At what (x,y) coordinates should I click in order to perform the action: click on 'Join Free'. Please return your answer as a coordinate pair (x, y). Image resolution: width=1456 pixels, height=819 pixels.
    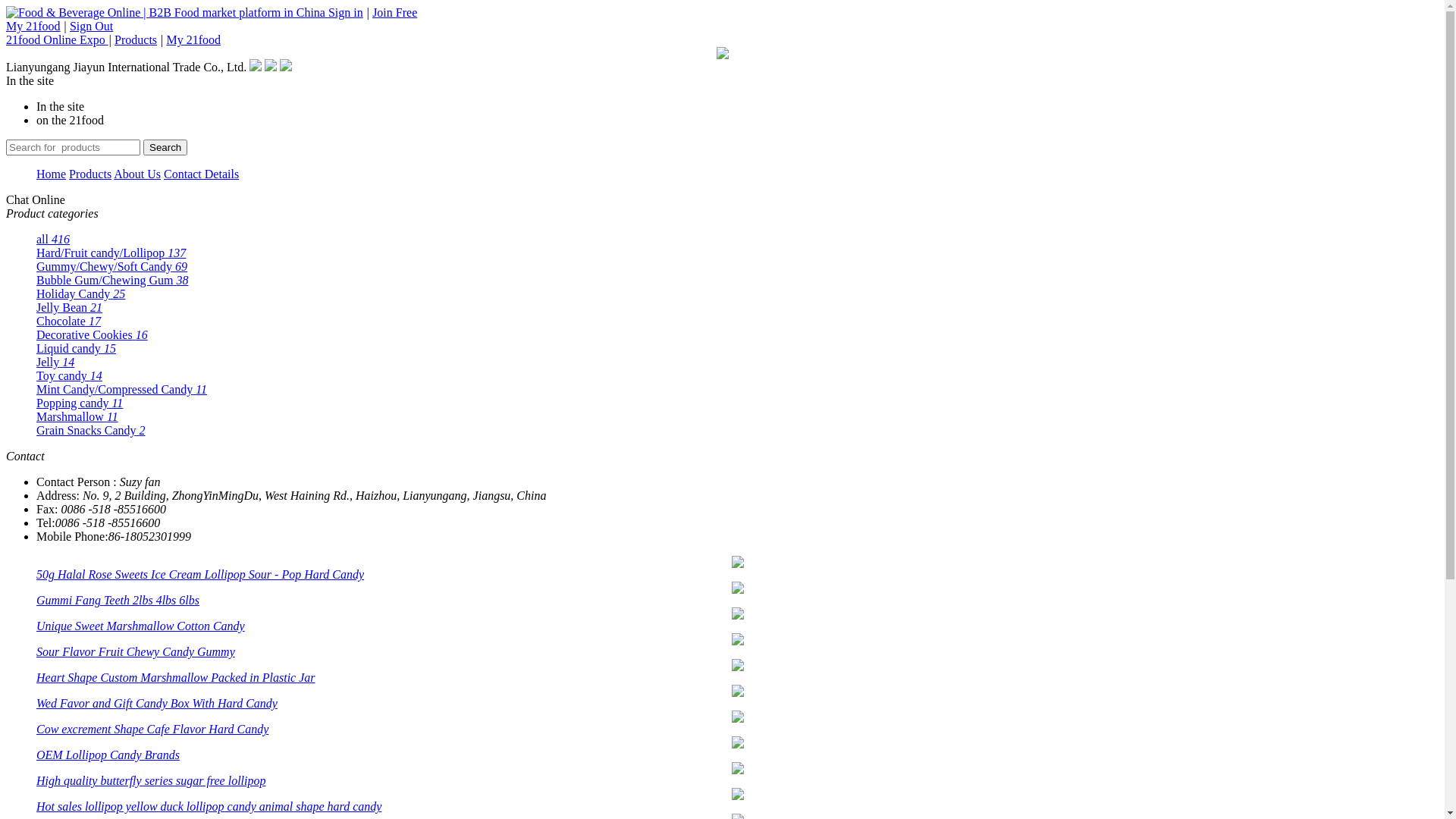
    Looking at the image, I should click on (372, 12).